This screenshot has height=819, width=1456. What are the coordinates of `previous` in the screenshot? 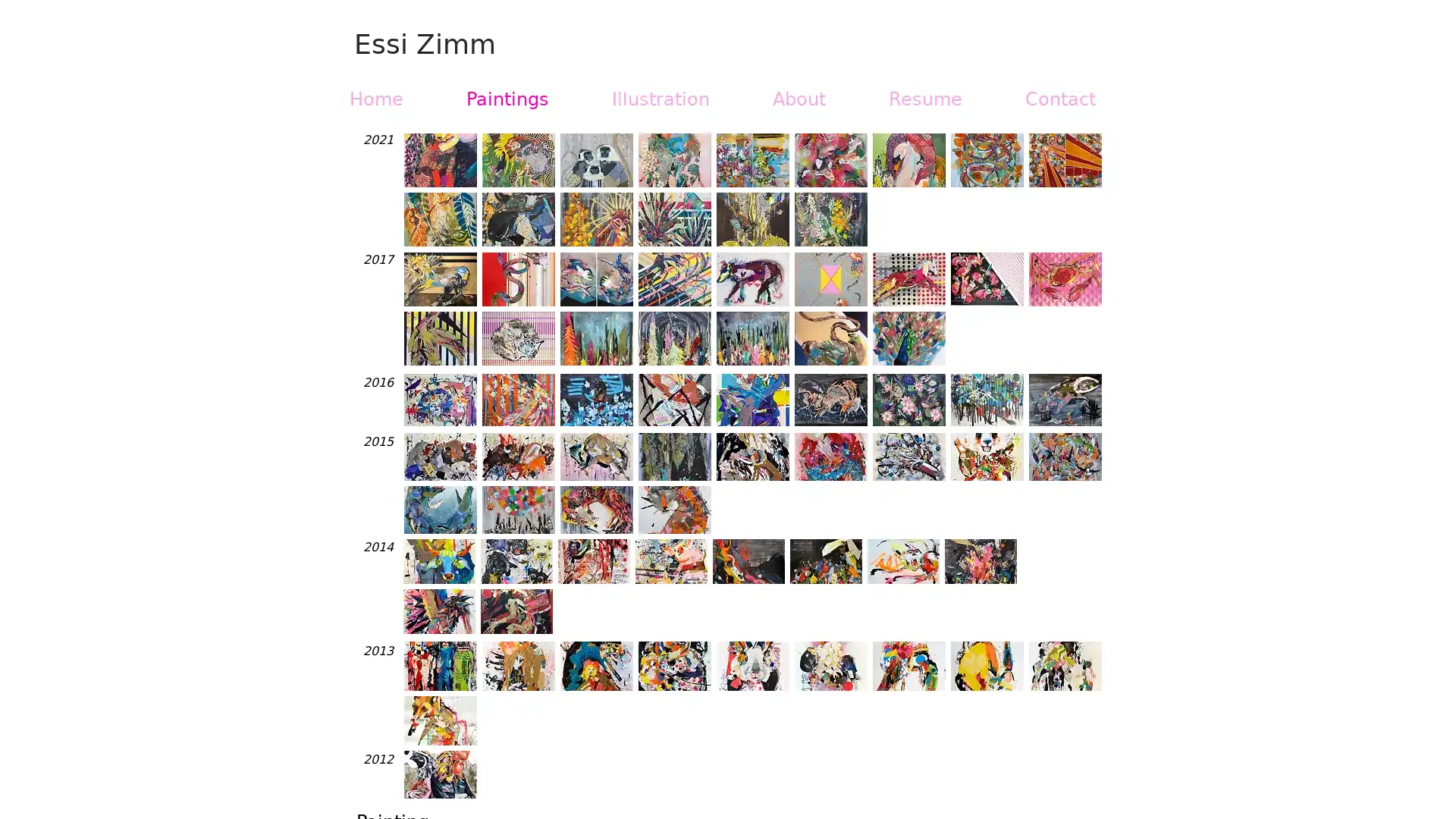 It's located at (435, 496).